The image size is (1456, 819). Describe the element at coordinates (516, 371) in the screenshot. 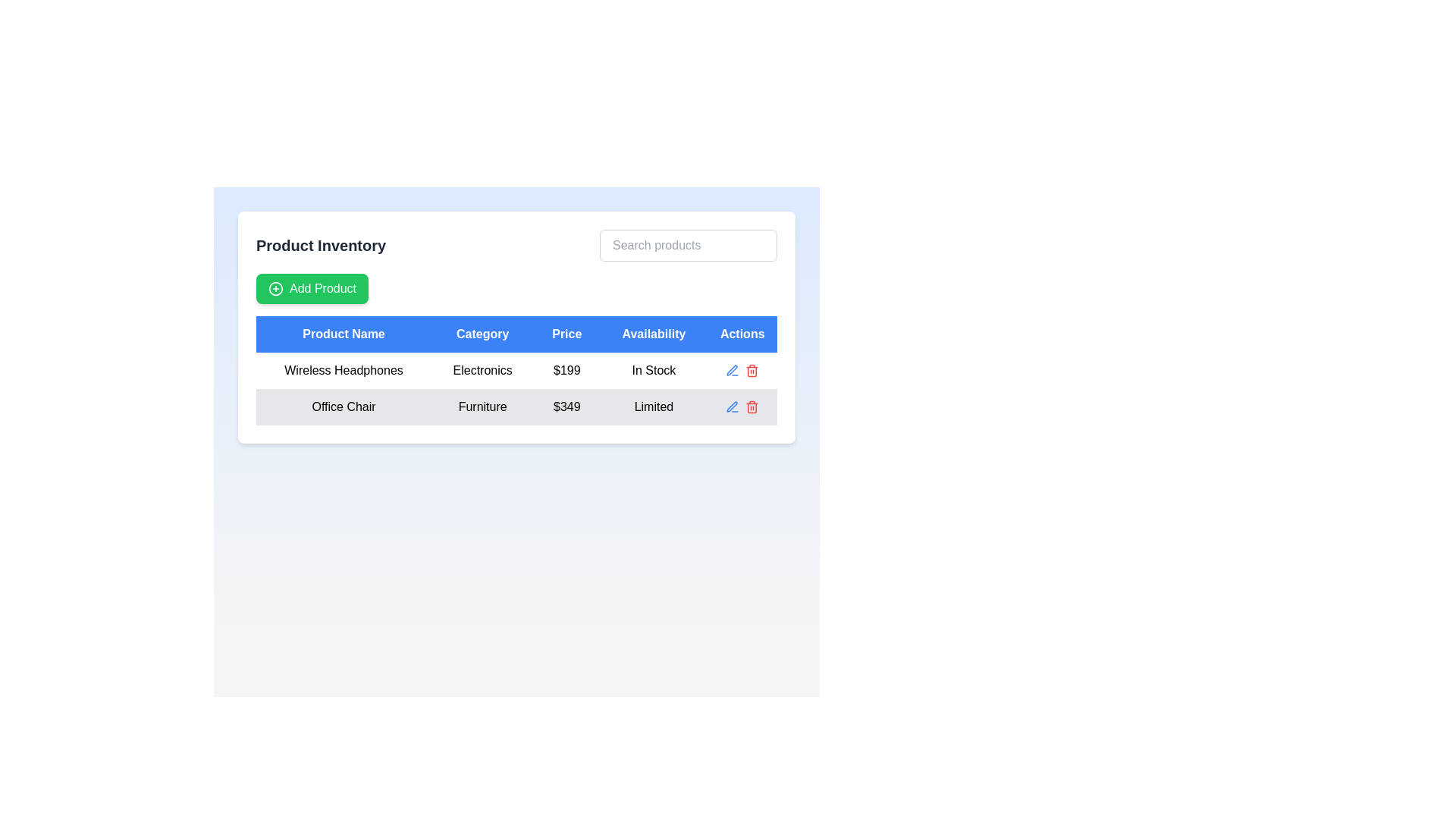

I see `a row in the Data Table labeled 'Product Name', 'Category', 'Price', 'Availability', and 'Actions'` at that location.